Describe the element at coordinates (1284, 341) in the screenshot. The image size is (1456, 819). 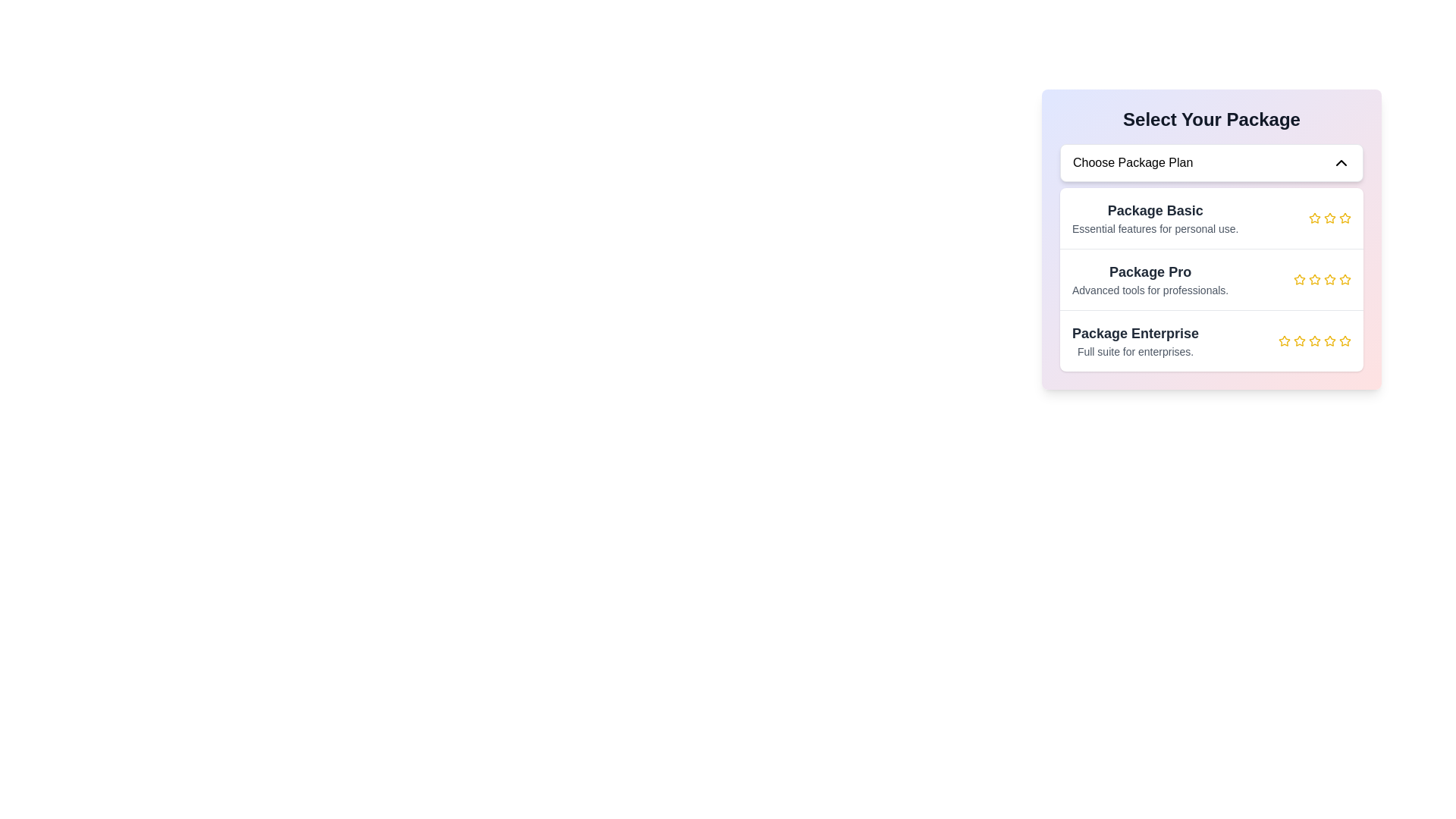
I see `the first star-shaped icon in the row to rate it, located to the right of the 'Package Enterprise' plan description` at that location.